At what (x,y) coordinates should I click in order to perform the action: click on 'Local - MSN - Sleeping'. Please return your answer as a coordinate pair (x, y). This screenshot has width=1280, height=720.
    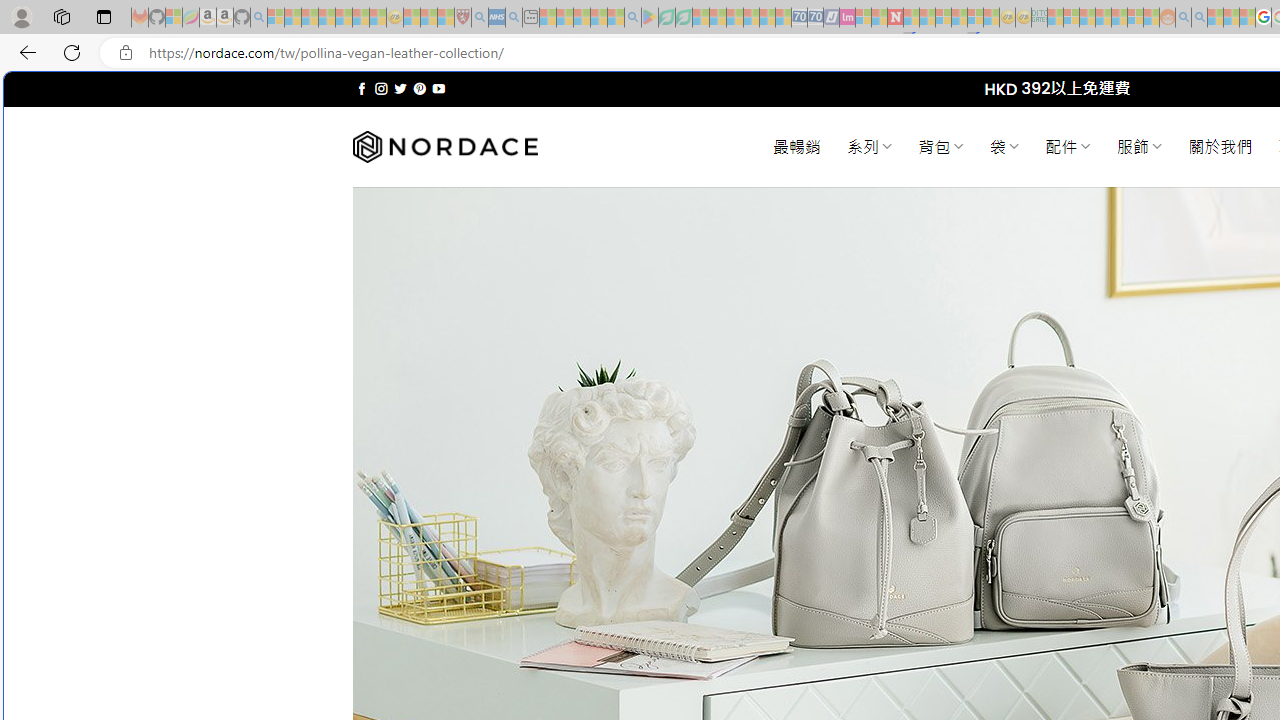
    Looking at the image, I should click on (445, 17).